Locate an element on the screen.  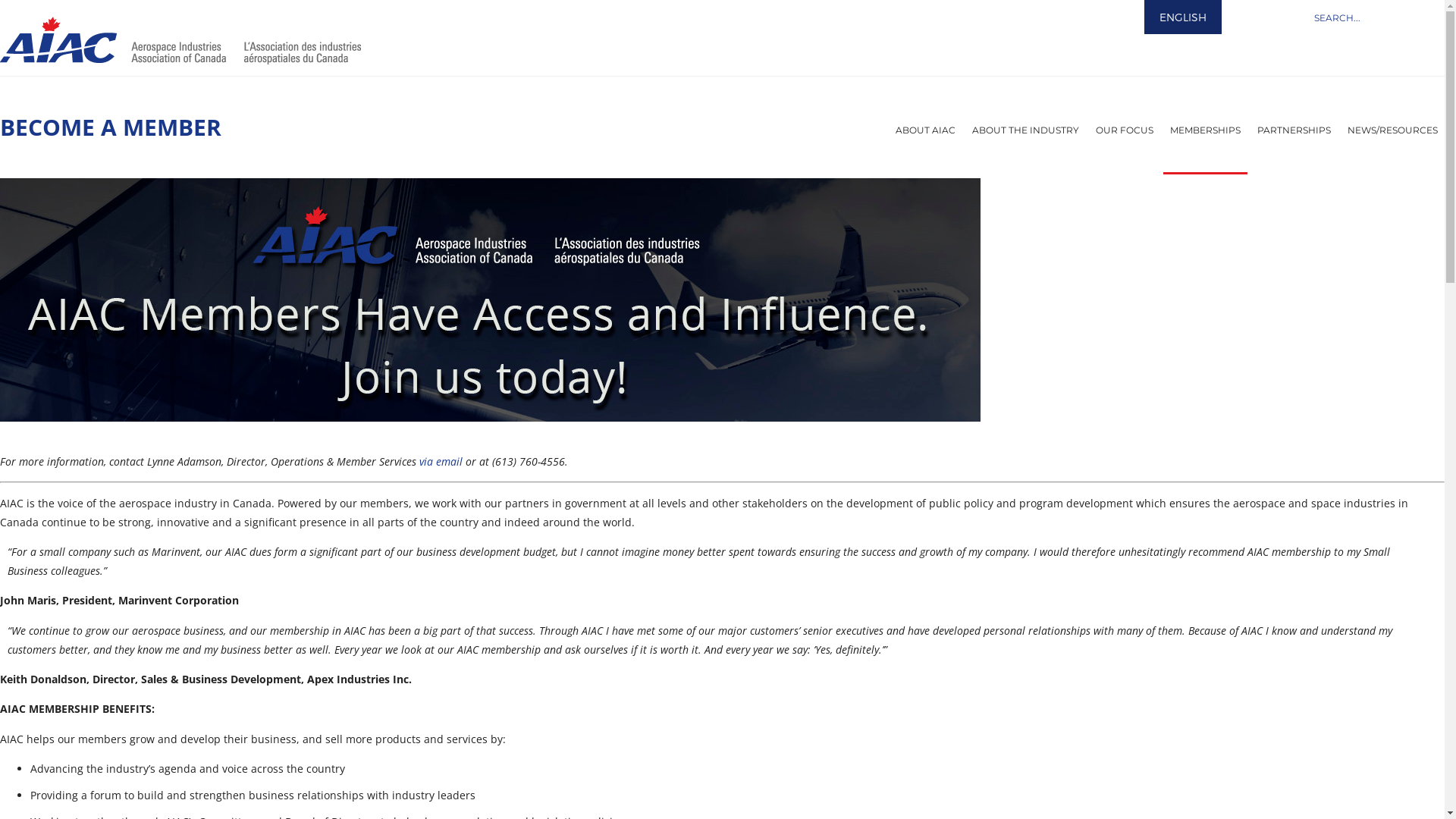
'ABOUT THE INDUSTRY' is located at coordinates (1025, 130).